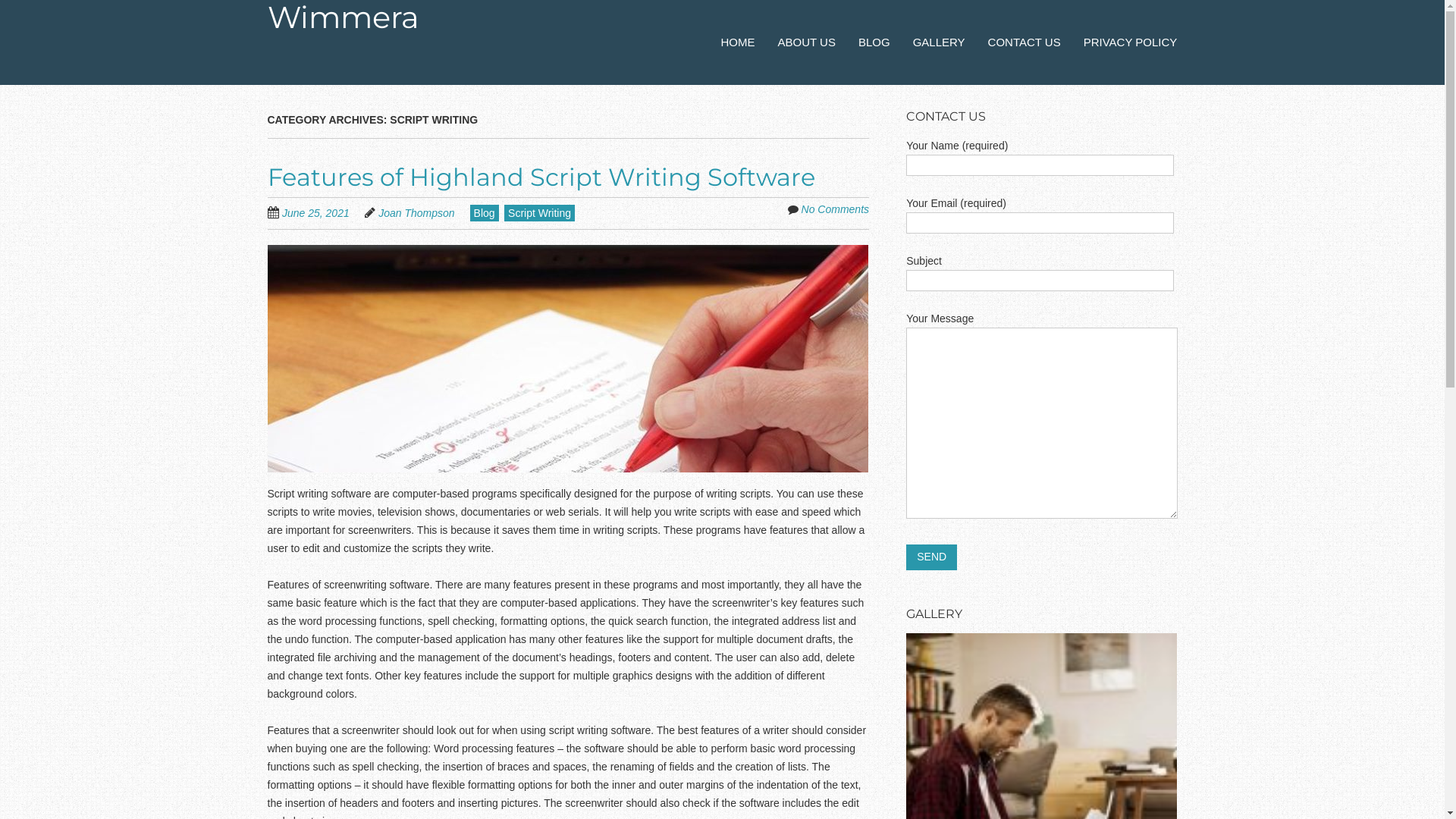 The height and width of the screenshot is (819, 1456). Describe the element at coordinates (938, 42) in the screenshot. I see `'GALLERY'` at that location.